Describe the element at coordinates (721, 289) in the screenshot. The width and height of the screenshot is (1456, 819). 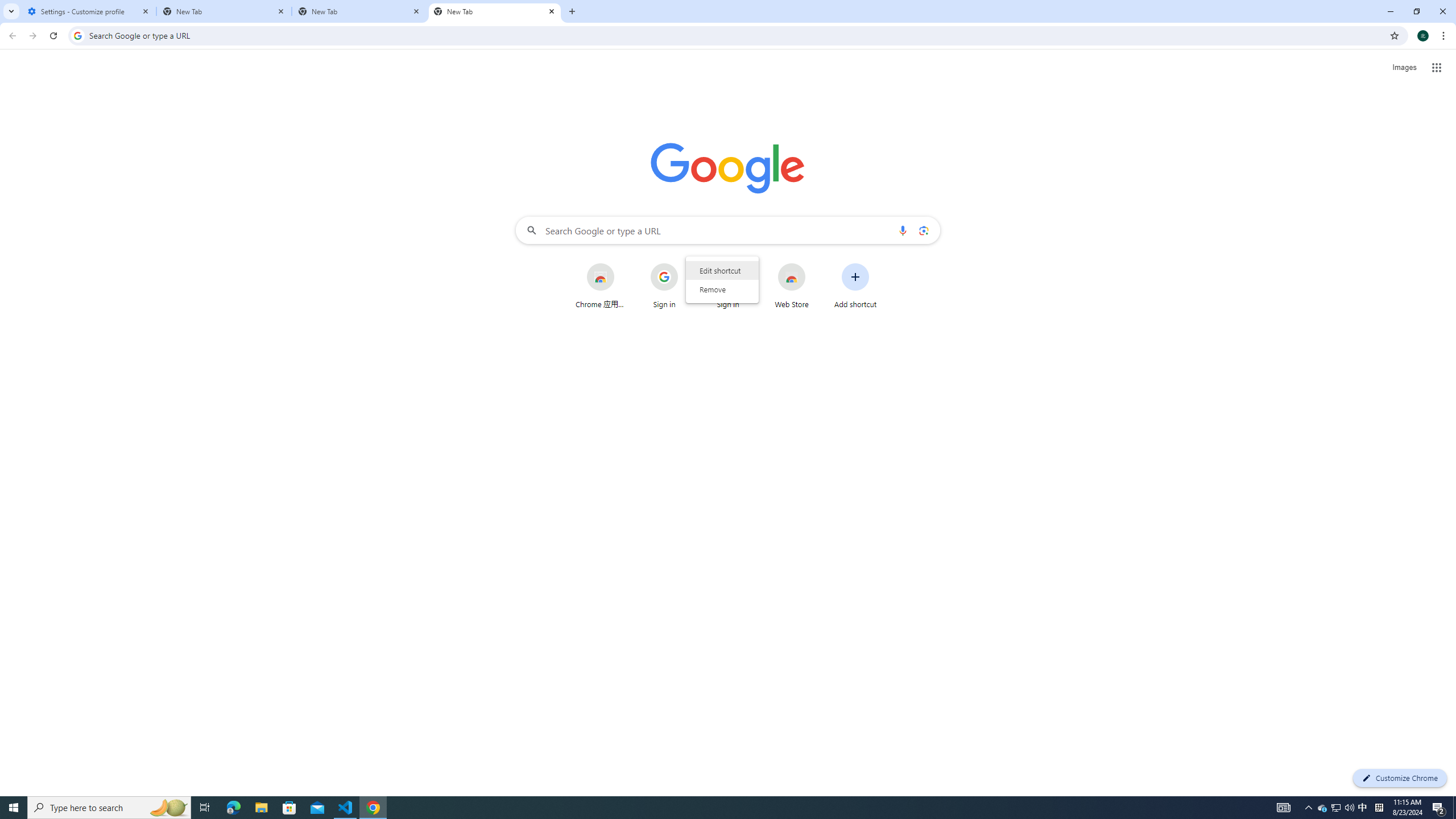
I see `'Remove'` at that location.